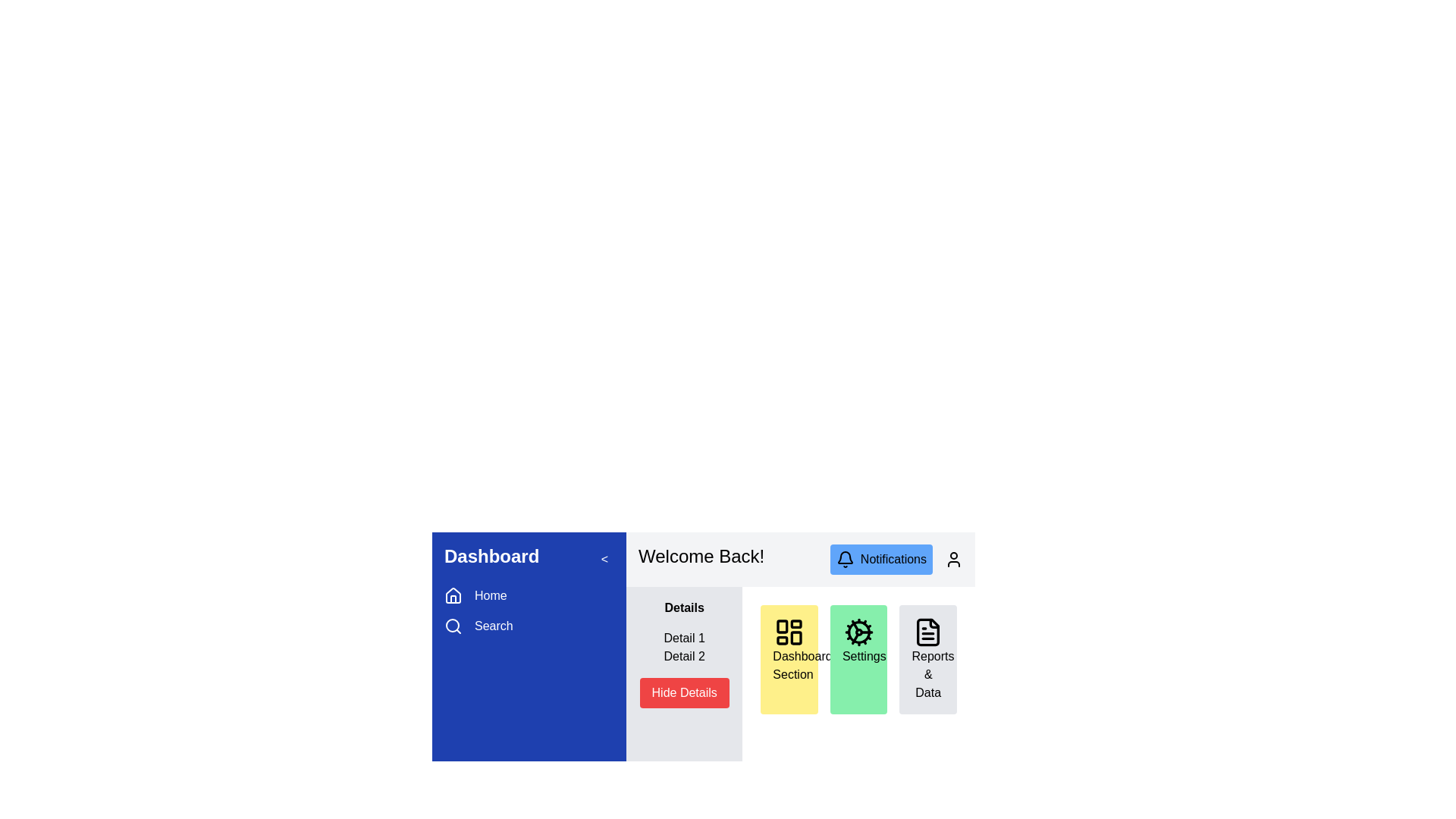  What do you see at coordinates (927, 632) in the screenshot?
I see `the document icon, which is a graphical representation resembling a sheet of paper with a folded corner and horizontal lines, located in the 'Reports & Data' section at the bottom-right of the main content area` at bounding box center [927, 632].